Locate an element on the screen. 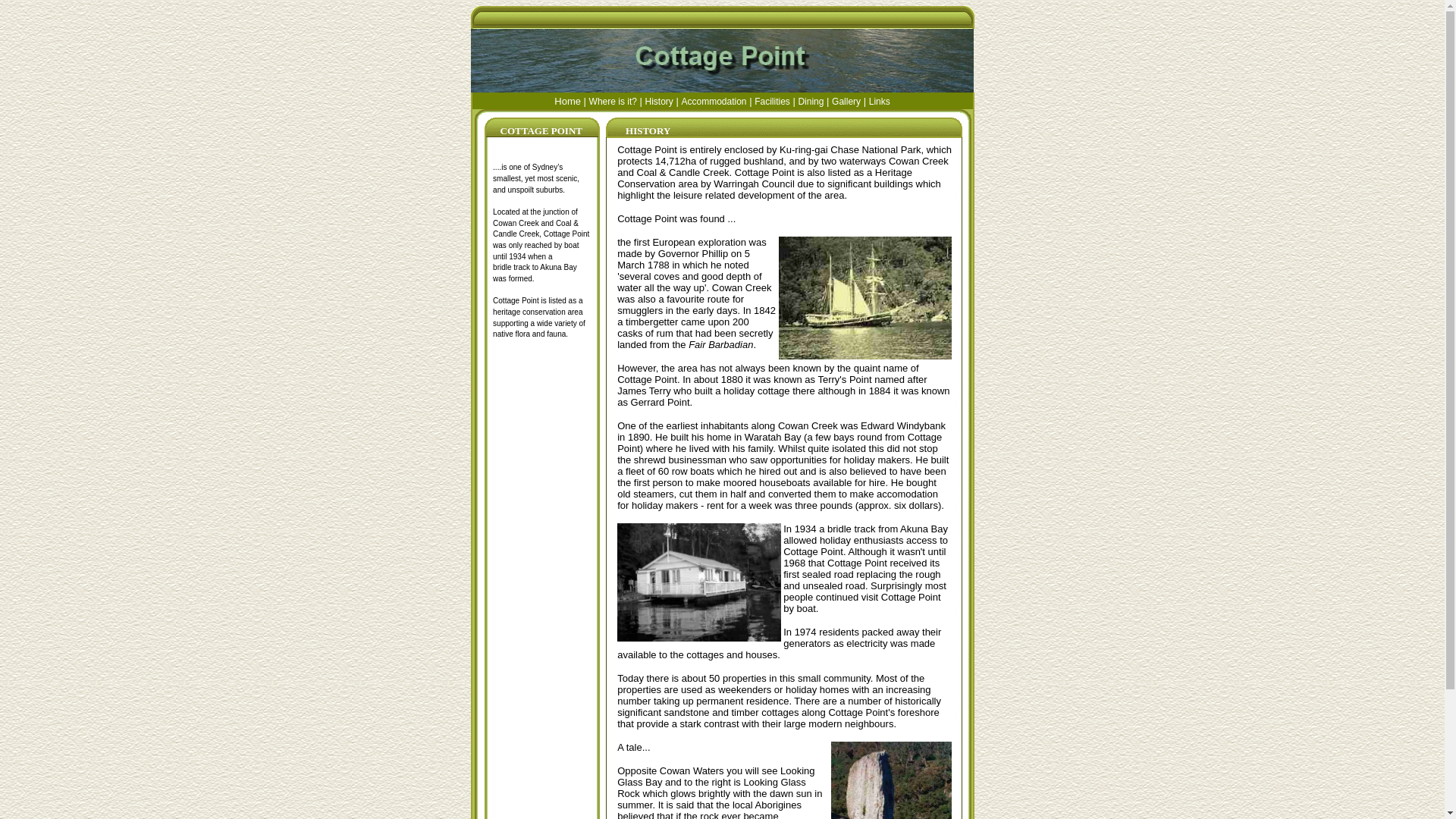 This screenshot has width=1456, height=819. 'Dining' is located at coordinates (796, 100).